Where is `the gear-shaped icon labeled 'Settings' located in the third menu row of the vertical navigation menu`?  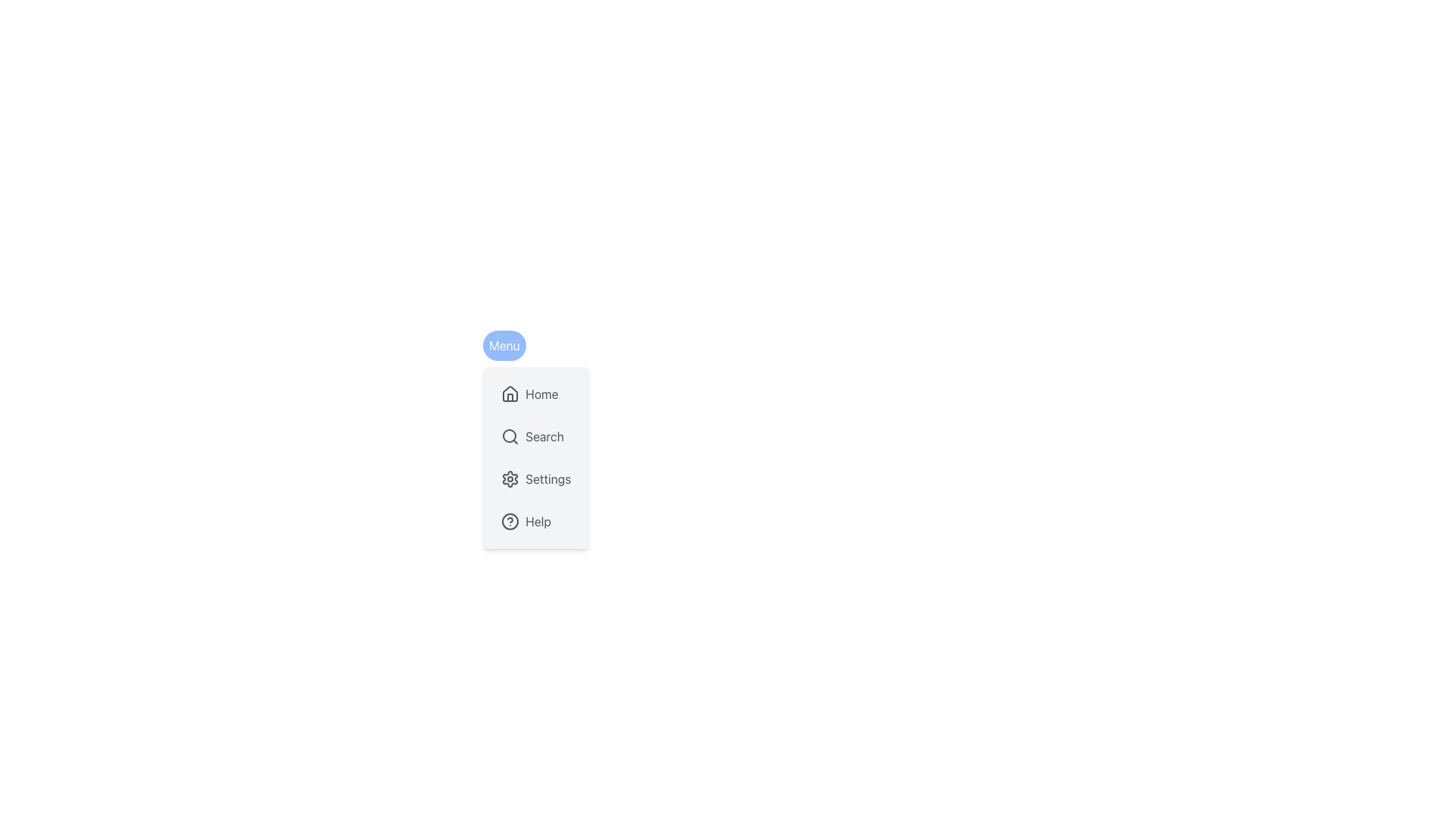 the gear-shaped icon labeled 'Settings' located in the third menu row of the vertical navigation menu is located at coordinates (510, 479).